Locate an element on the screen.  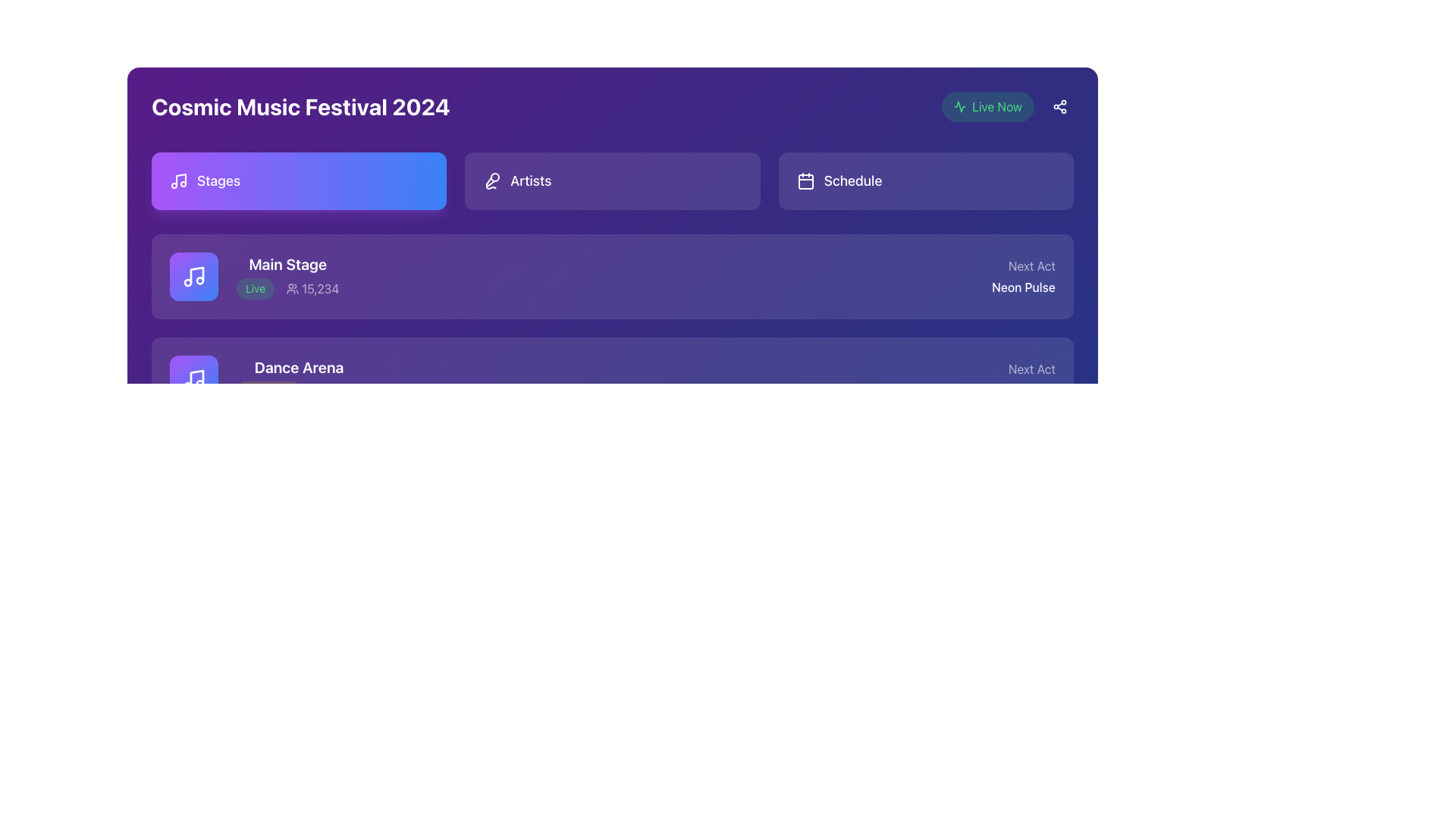
the 'Main Stage' icon located in the purple-to-blue gradient rectangle, positioned to the left of the 'Main Stage' text is located at coordinates (193, 277).